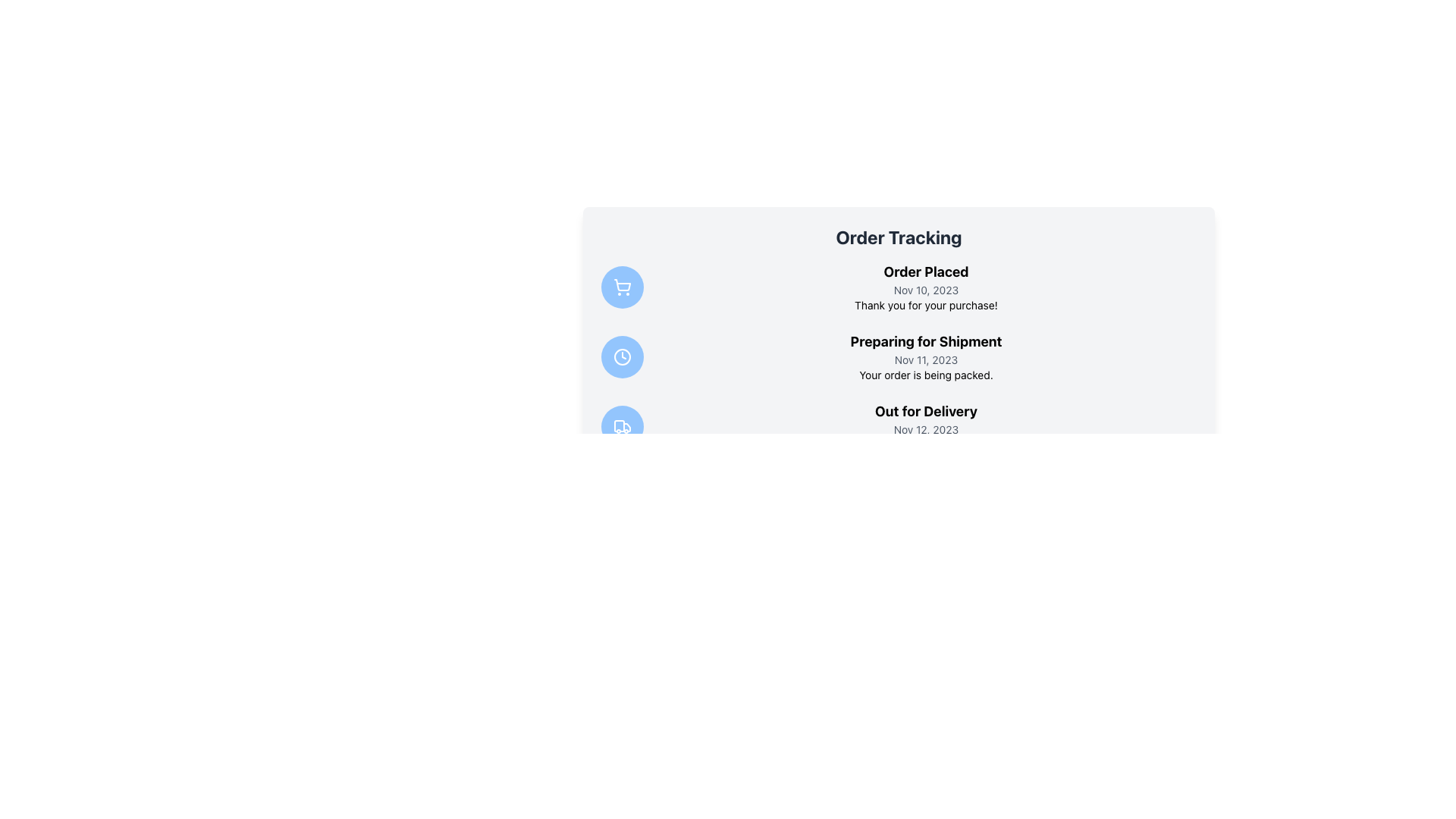 The height and width of the screenshot is (819, 1456). What do you see at coordinates (925, 290) in the screenshot?
I see `the text label displaying 'Nov 10, 2023', which is positioned below the 'Order Placed' title and above the thank you message` at bounding box center [925, 290].